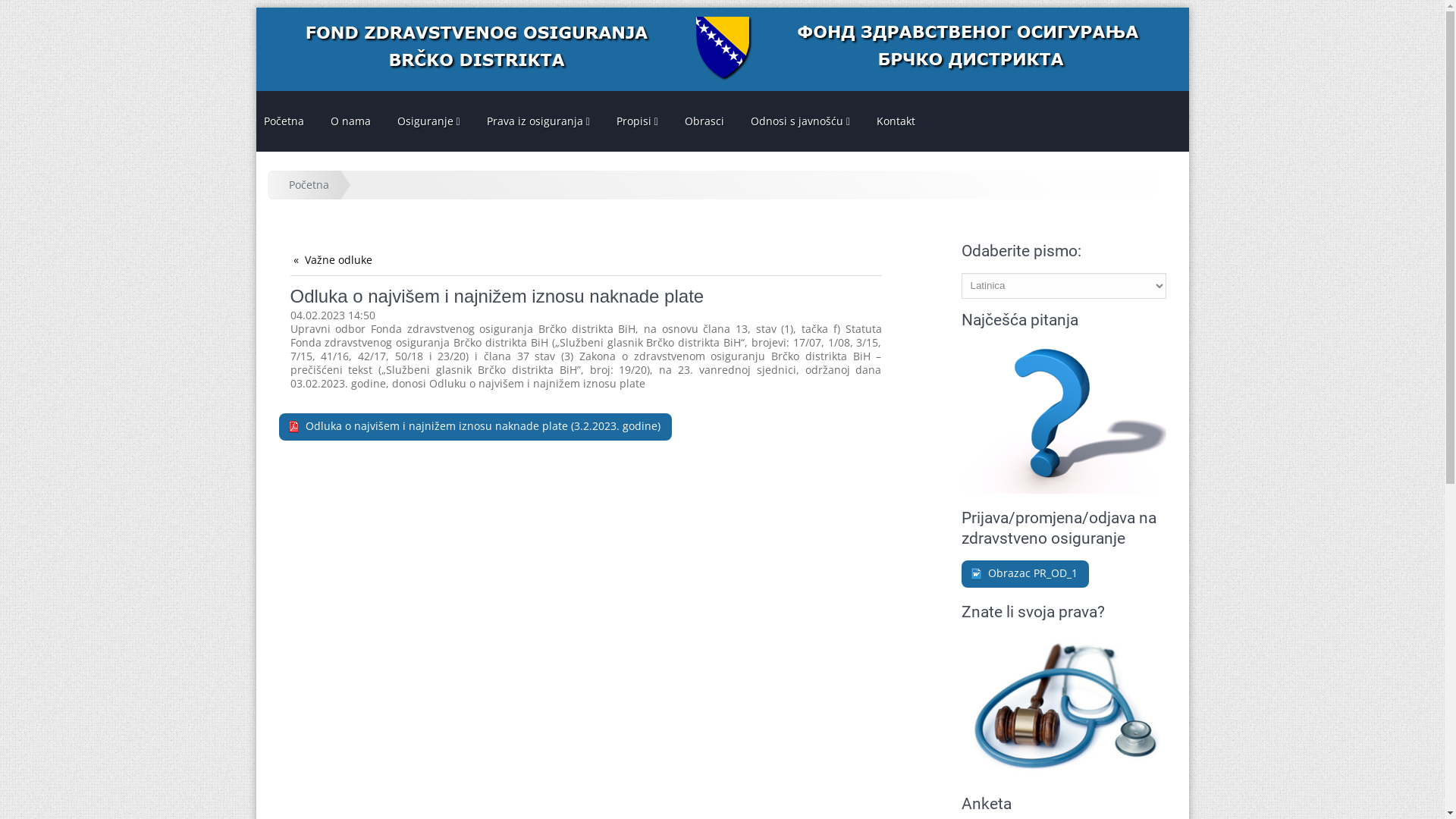 The image size is (1456, 819). Describe the element at coordinates (350, 120) in the screenshot. I see `'O nama'` at that location.